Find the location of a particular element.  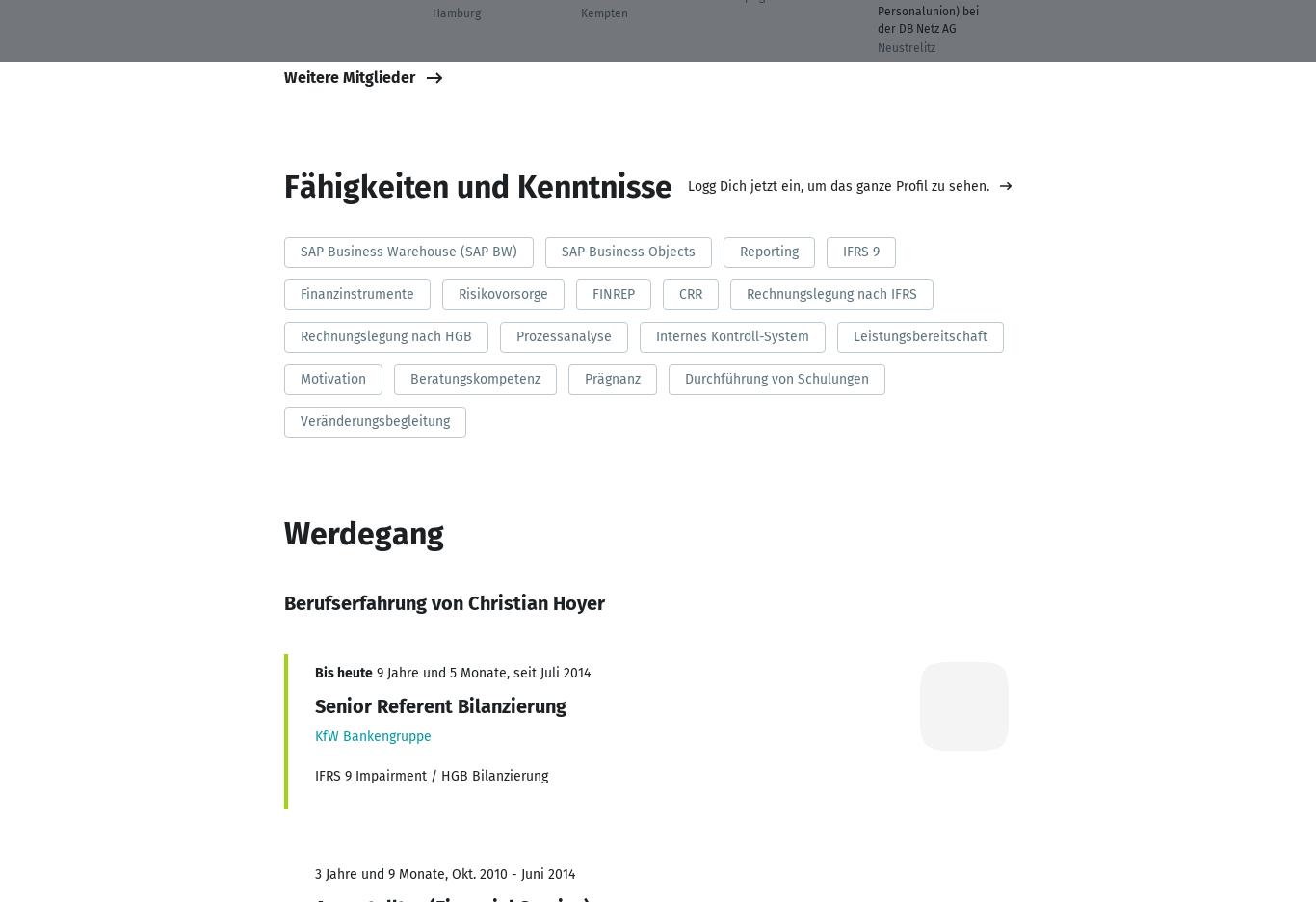

'Werdegang' is located at coordinates (282, 531).